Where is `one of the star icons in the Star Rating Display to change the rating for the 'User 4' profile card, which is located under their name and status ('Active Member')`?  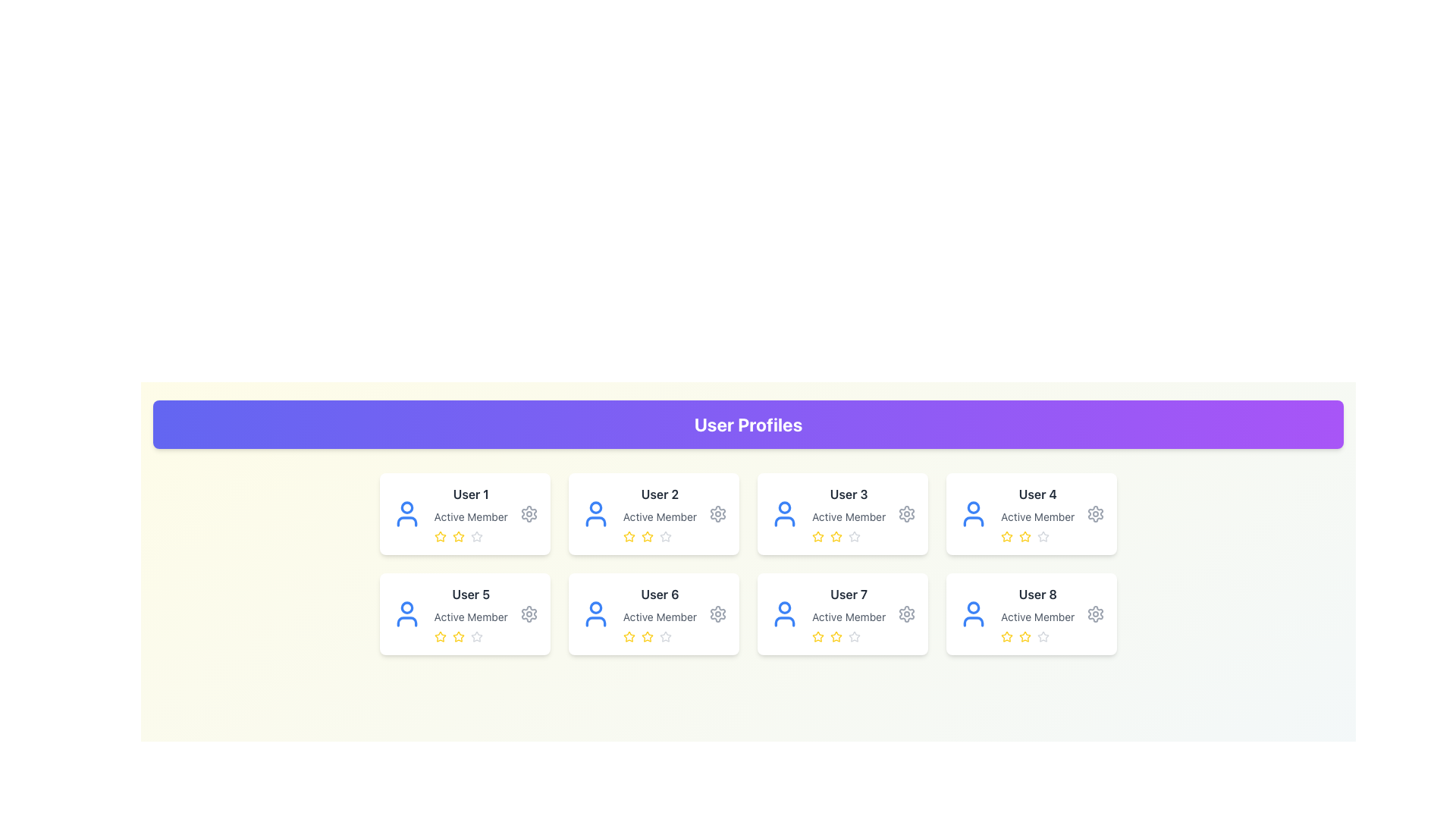 one of the star icons in the Star Rating Display to change the rating for the 'User 4' profile card, which is located under their name and status ('Active Member') is located at coordinates (1037, 536).